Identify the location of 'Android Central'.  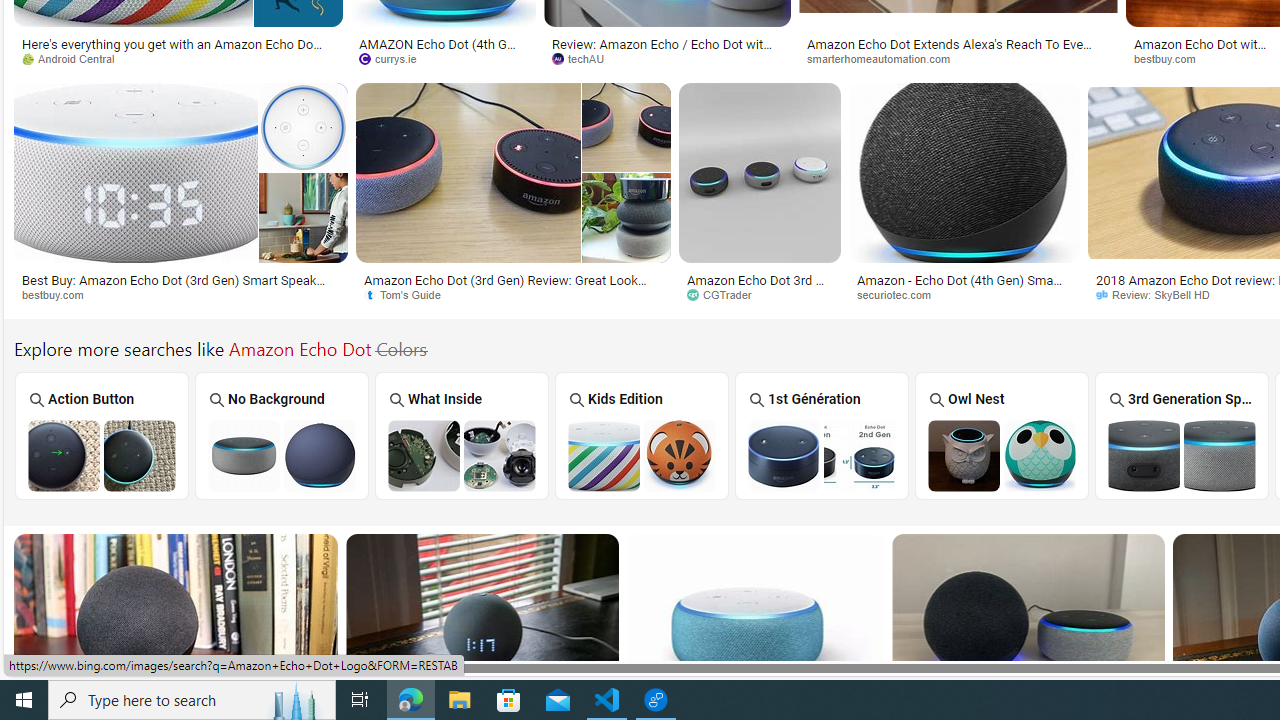
(75, 57).